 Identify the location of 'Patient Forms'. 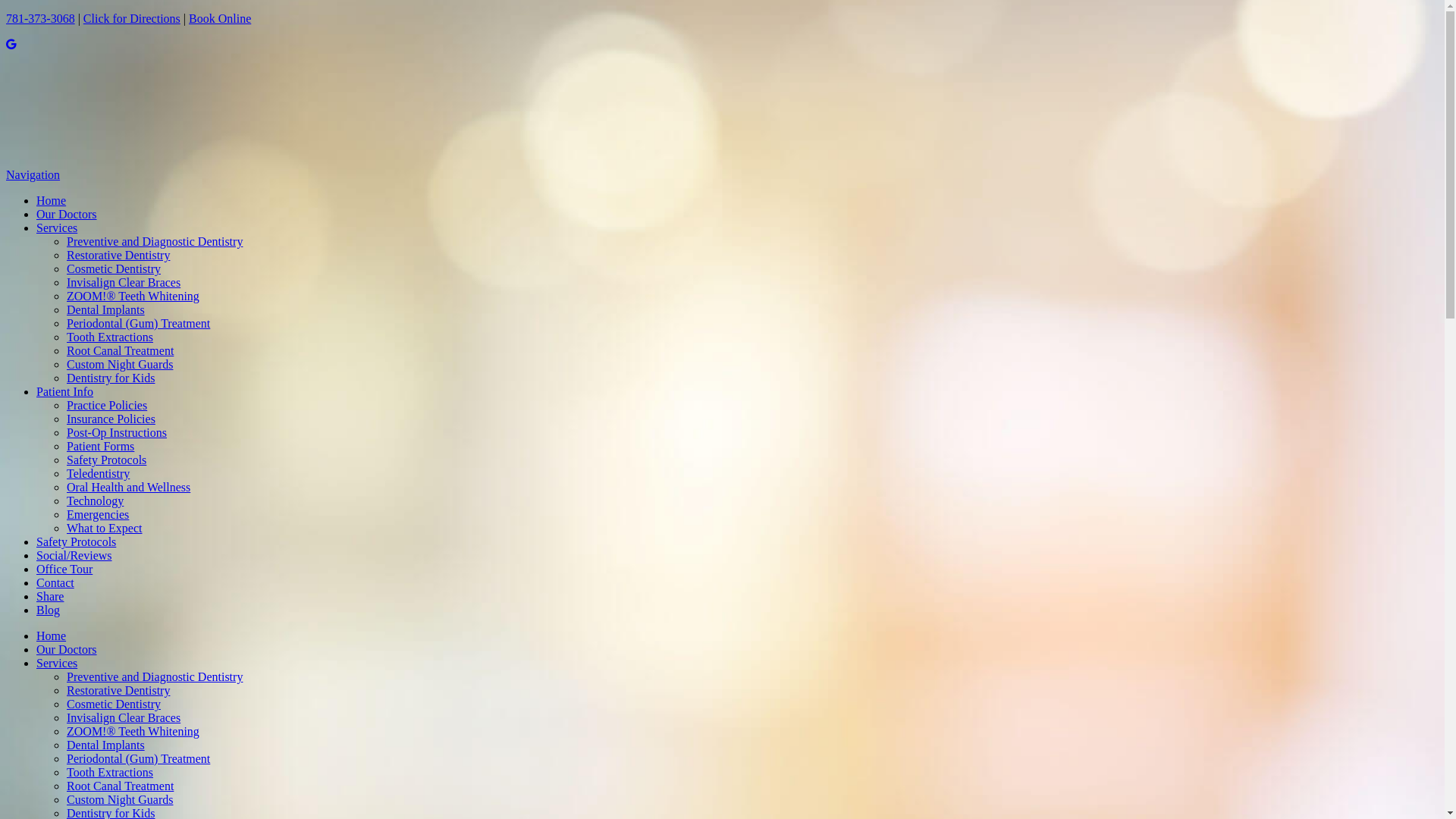
(99, 445).